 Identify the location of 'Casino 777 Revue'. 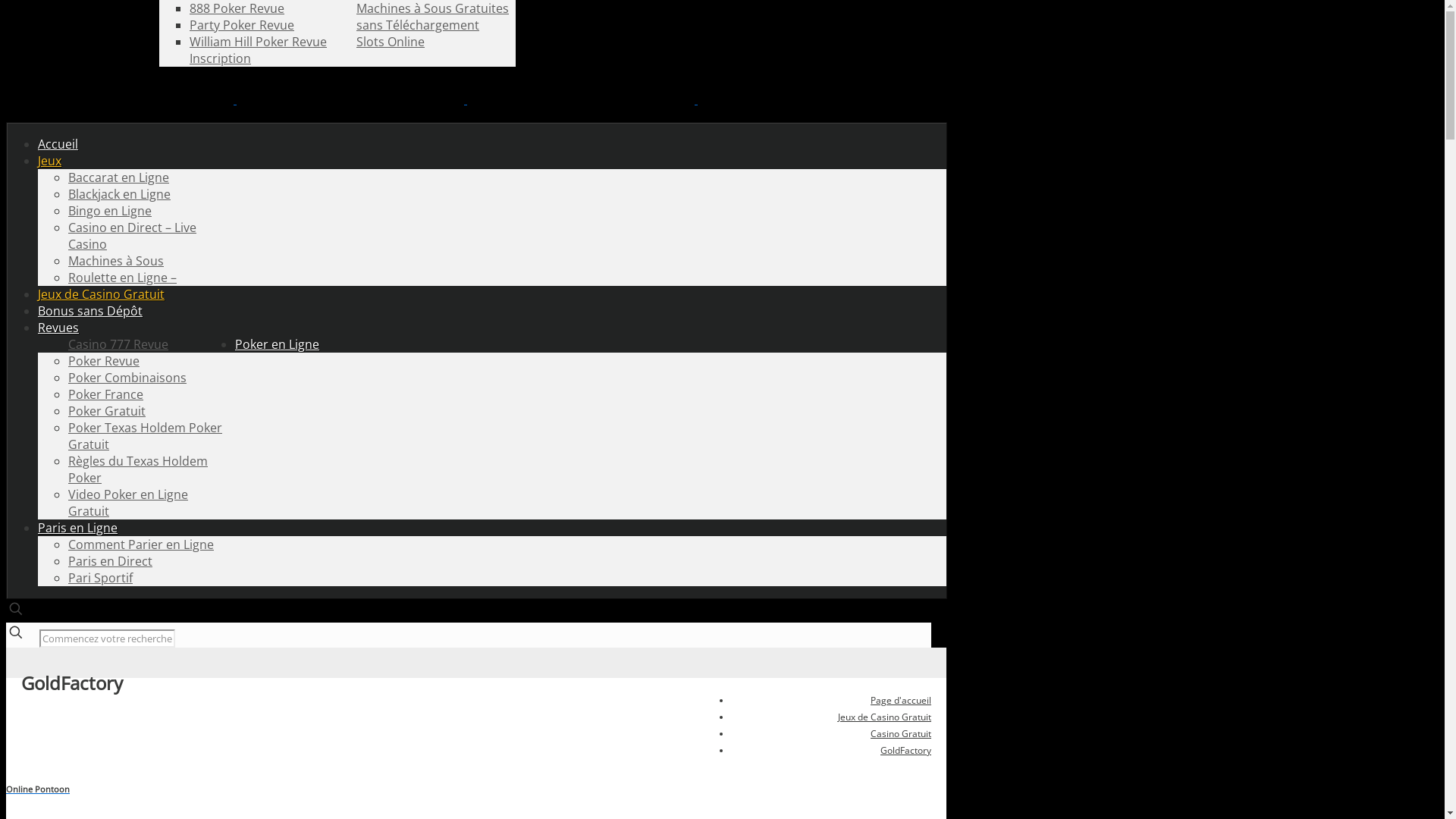
(118, 344).